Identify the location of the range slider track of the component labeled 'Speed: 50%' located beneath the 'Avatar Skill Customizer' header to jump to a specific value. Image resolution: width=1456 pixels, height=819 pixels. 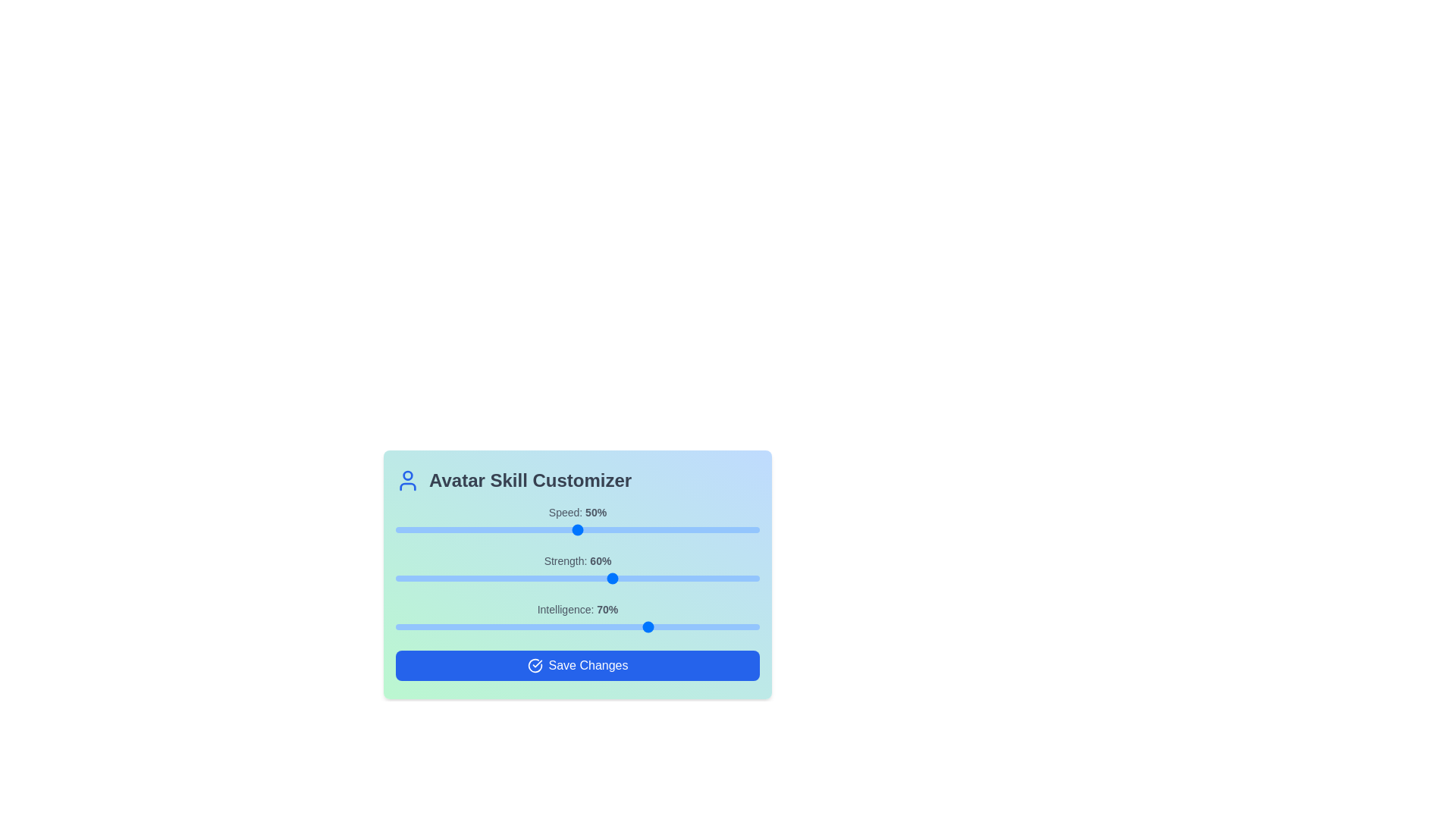
(577, 520).